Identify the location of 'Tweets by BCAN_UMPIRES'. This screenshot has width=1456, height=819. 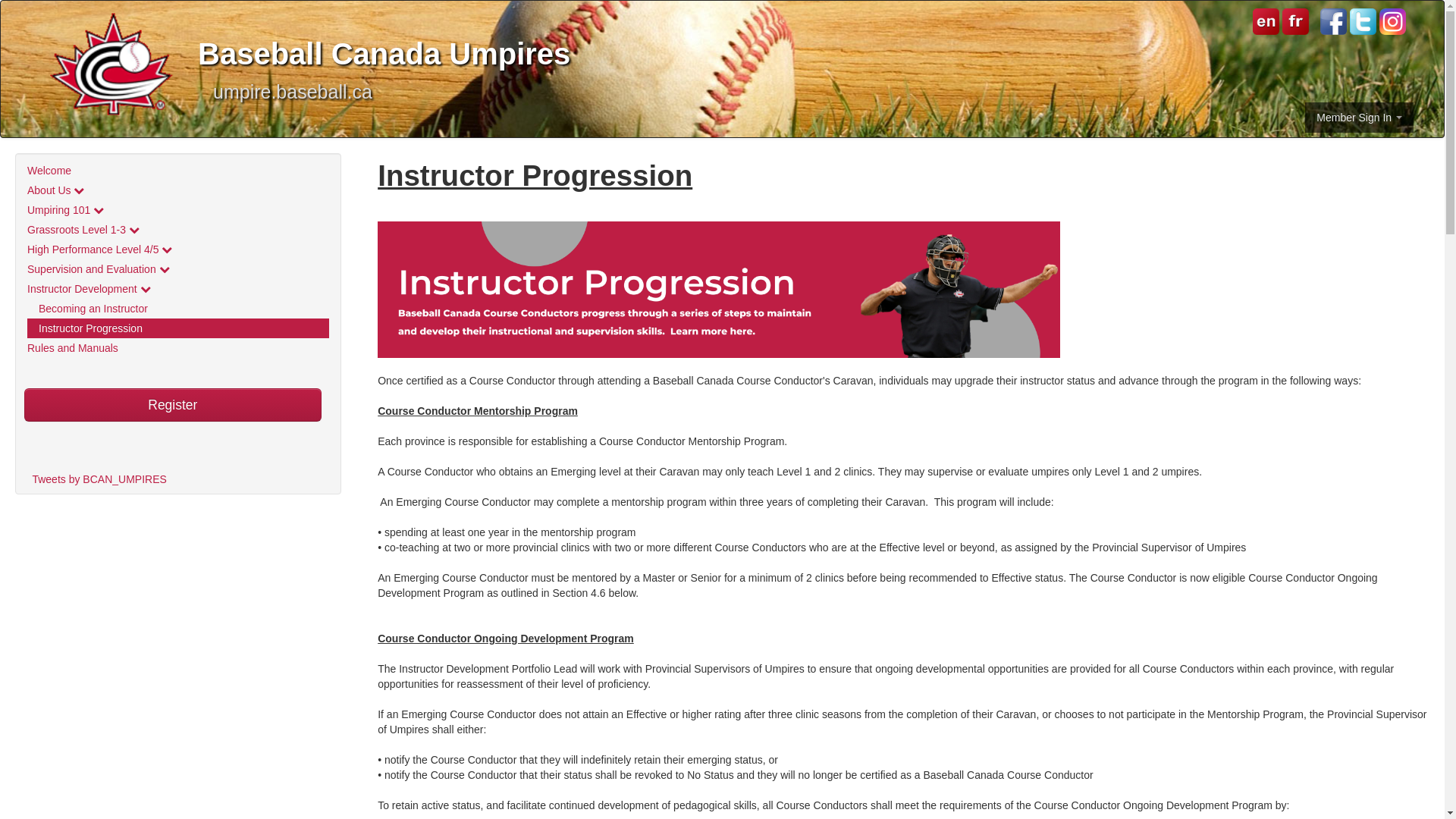
(98, 479).